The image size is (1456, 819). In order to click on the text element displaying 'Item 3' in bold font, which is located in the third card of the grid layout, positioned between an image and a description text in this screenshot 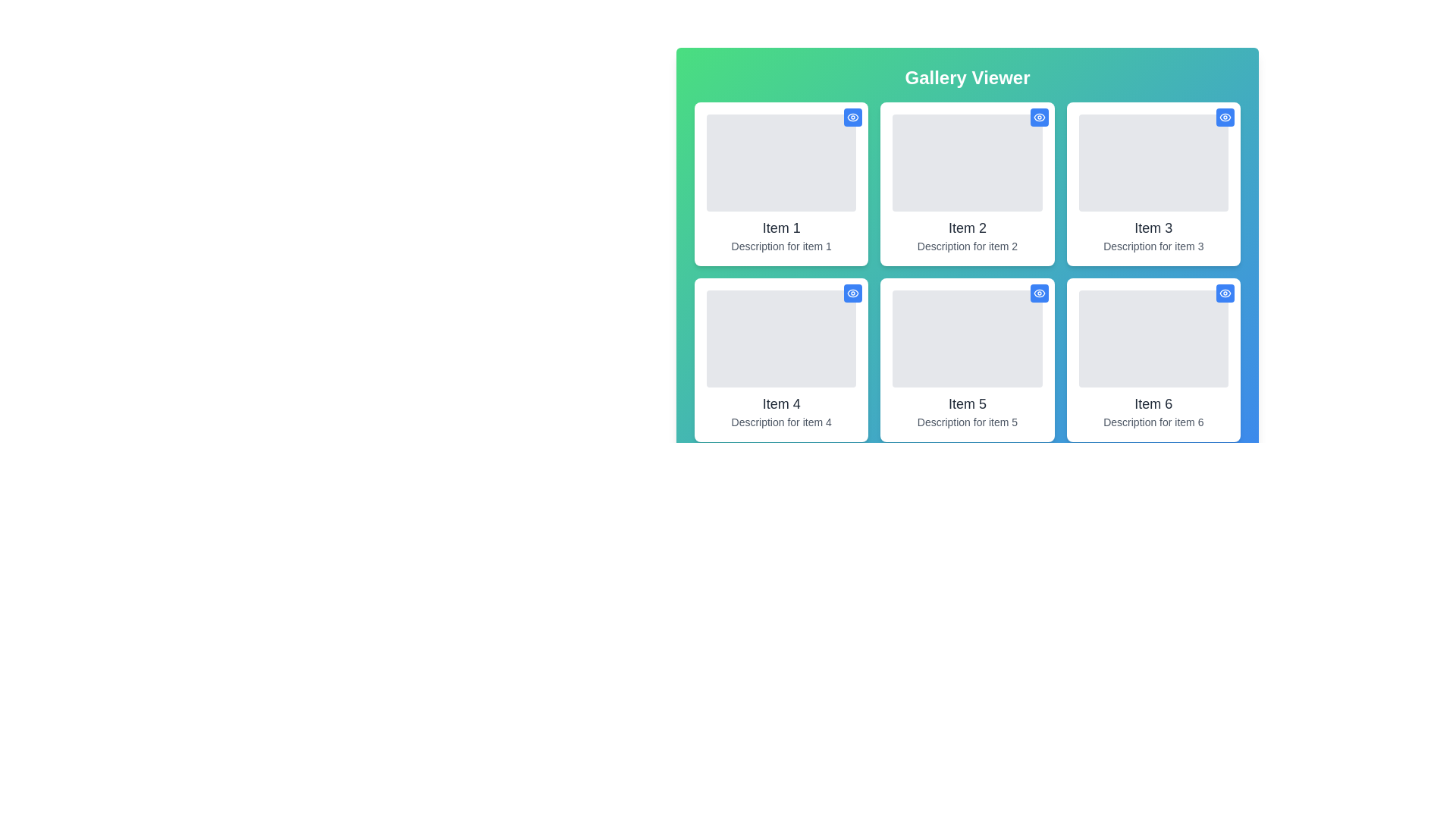, I will do `click(1153, 227)`.